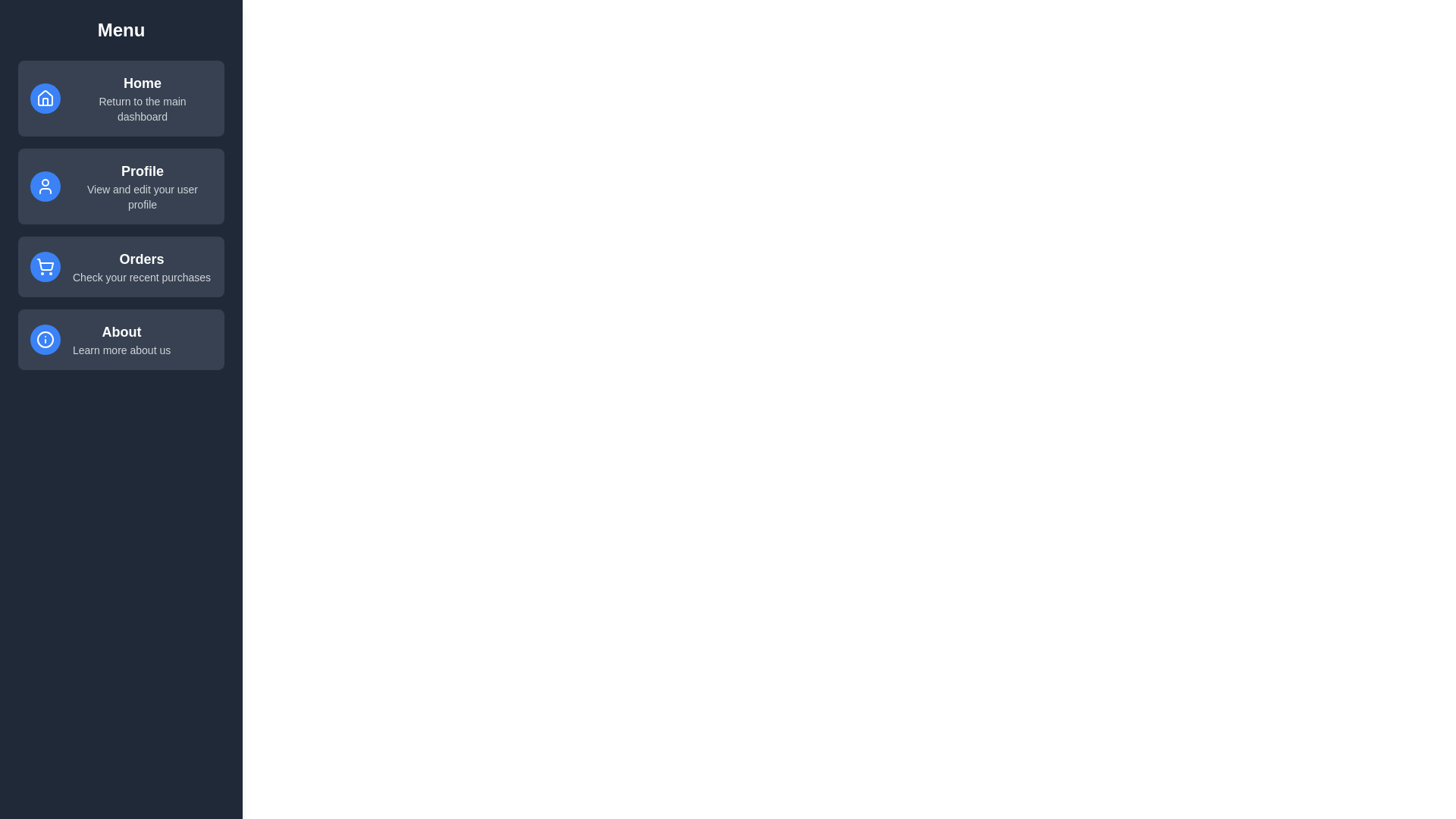 The height and width of the screenshot is (819, 1456). What do you see at coordinates (120, 338) in the screenshot?
I see `the menu item labeled About to select it` at bounding box center [120, 338].